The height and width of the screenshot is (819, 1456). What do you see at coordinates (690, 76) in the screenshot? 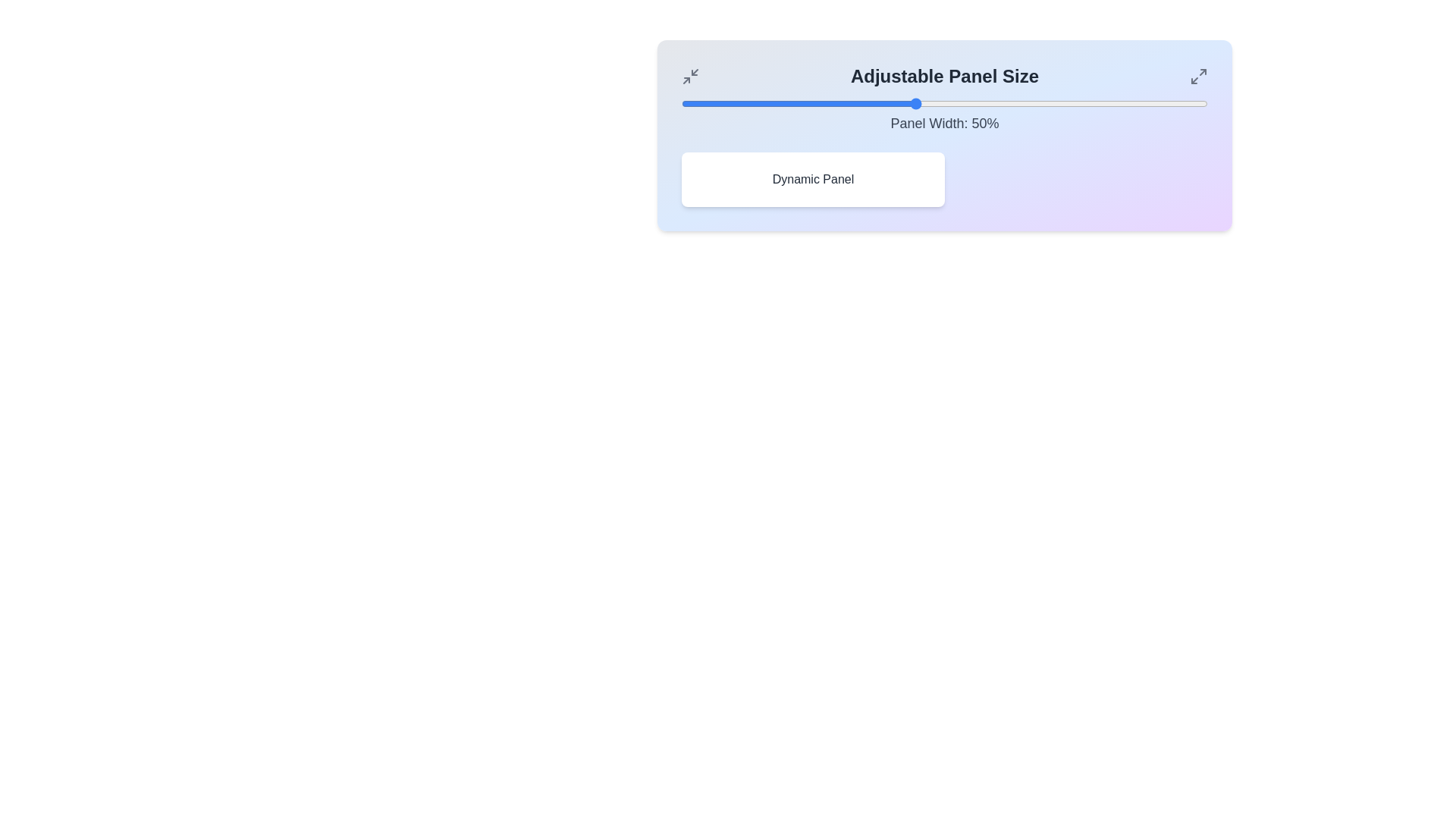
I see `the minimization button icon located at the far left of the header row, which is styled with lines and arrows in gray, to minimize the panel` at bounding box center [690, 76].